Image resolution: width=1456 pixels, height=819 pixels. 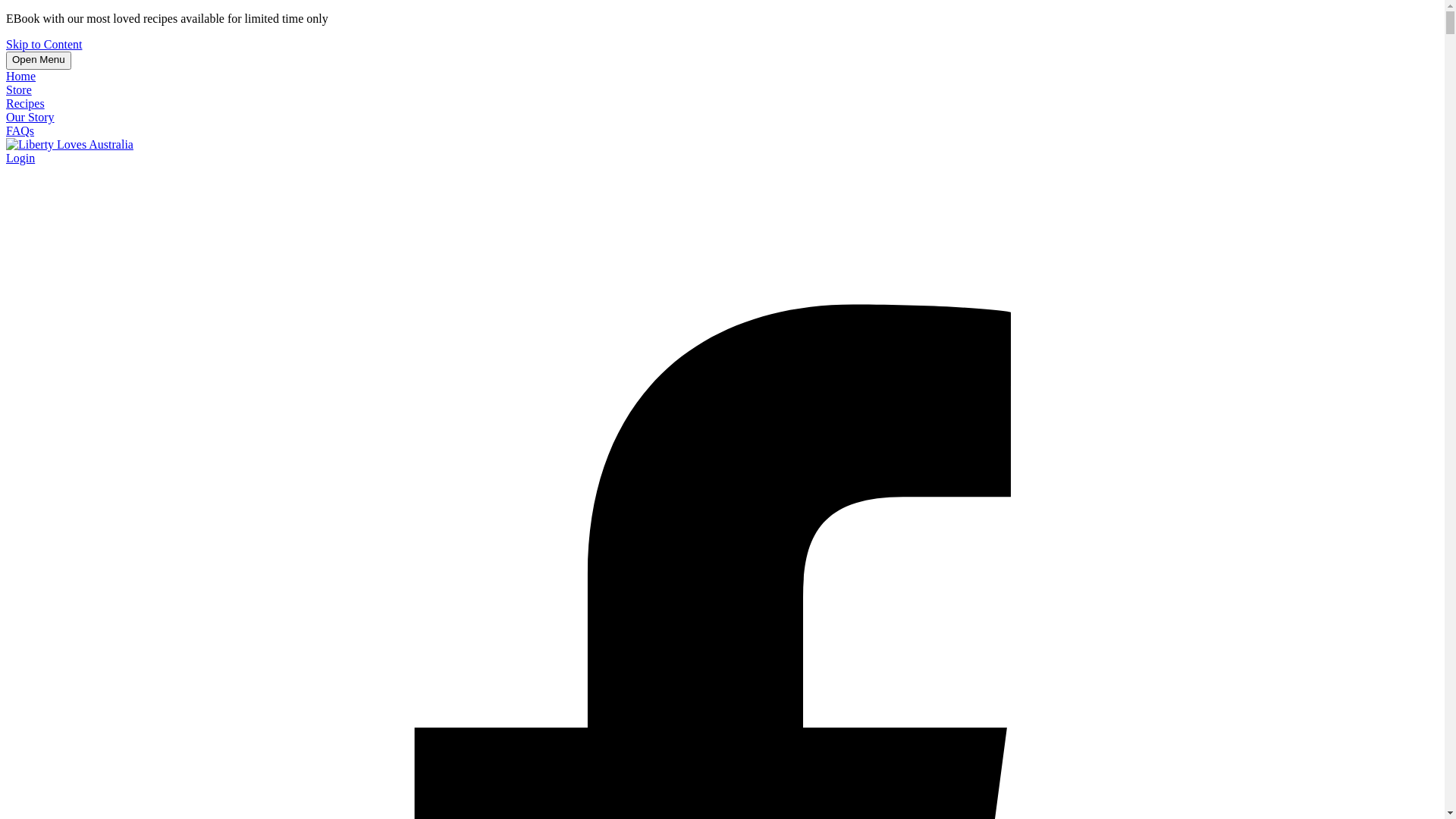 I want to click on 'Skip to Content', so click(x=43, y=43).